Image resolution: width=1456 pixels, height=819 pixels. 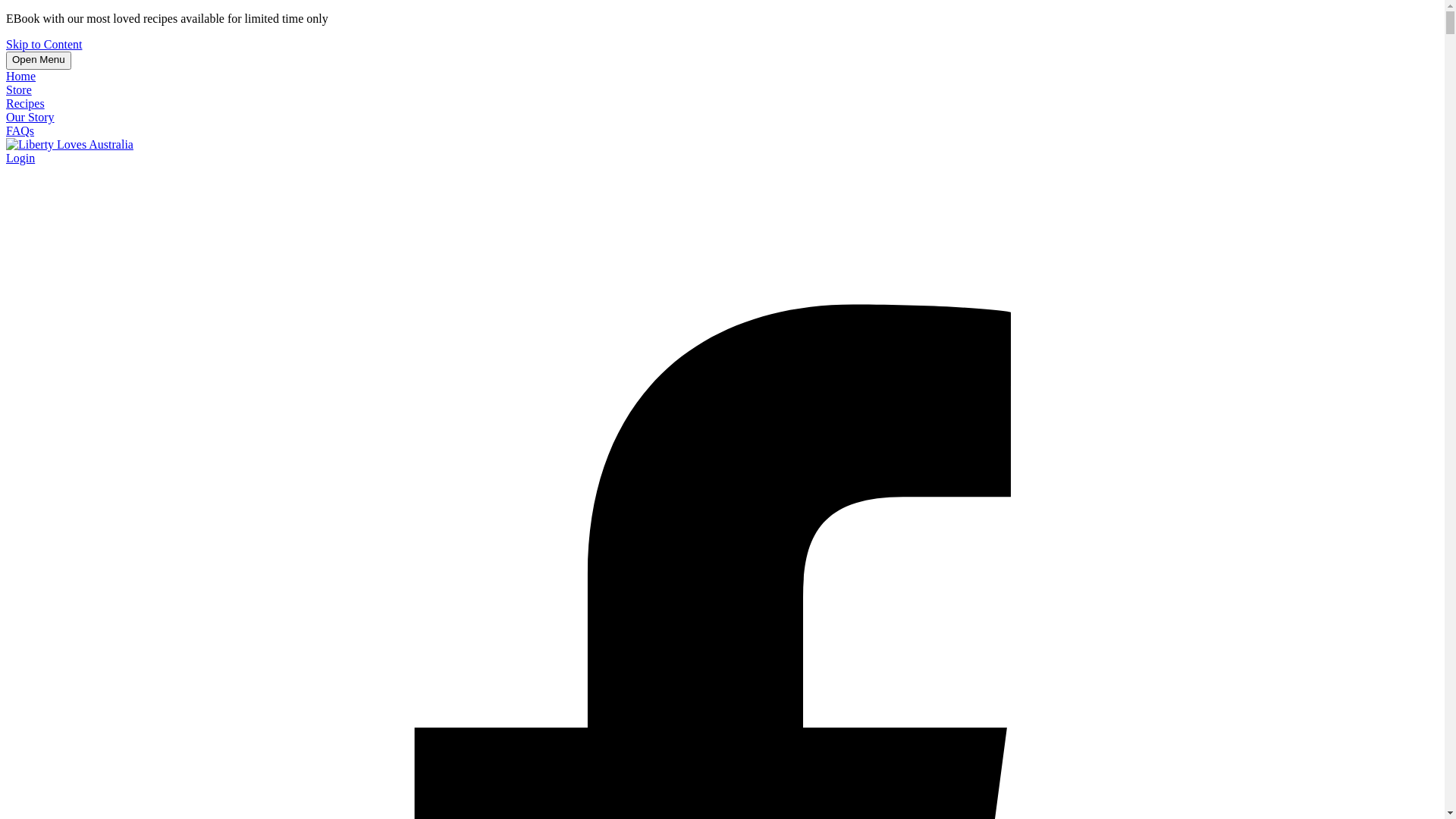 I want to click on 'Skip to Content', so click(x=43, y=43).